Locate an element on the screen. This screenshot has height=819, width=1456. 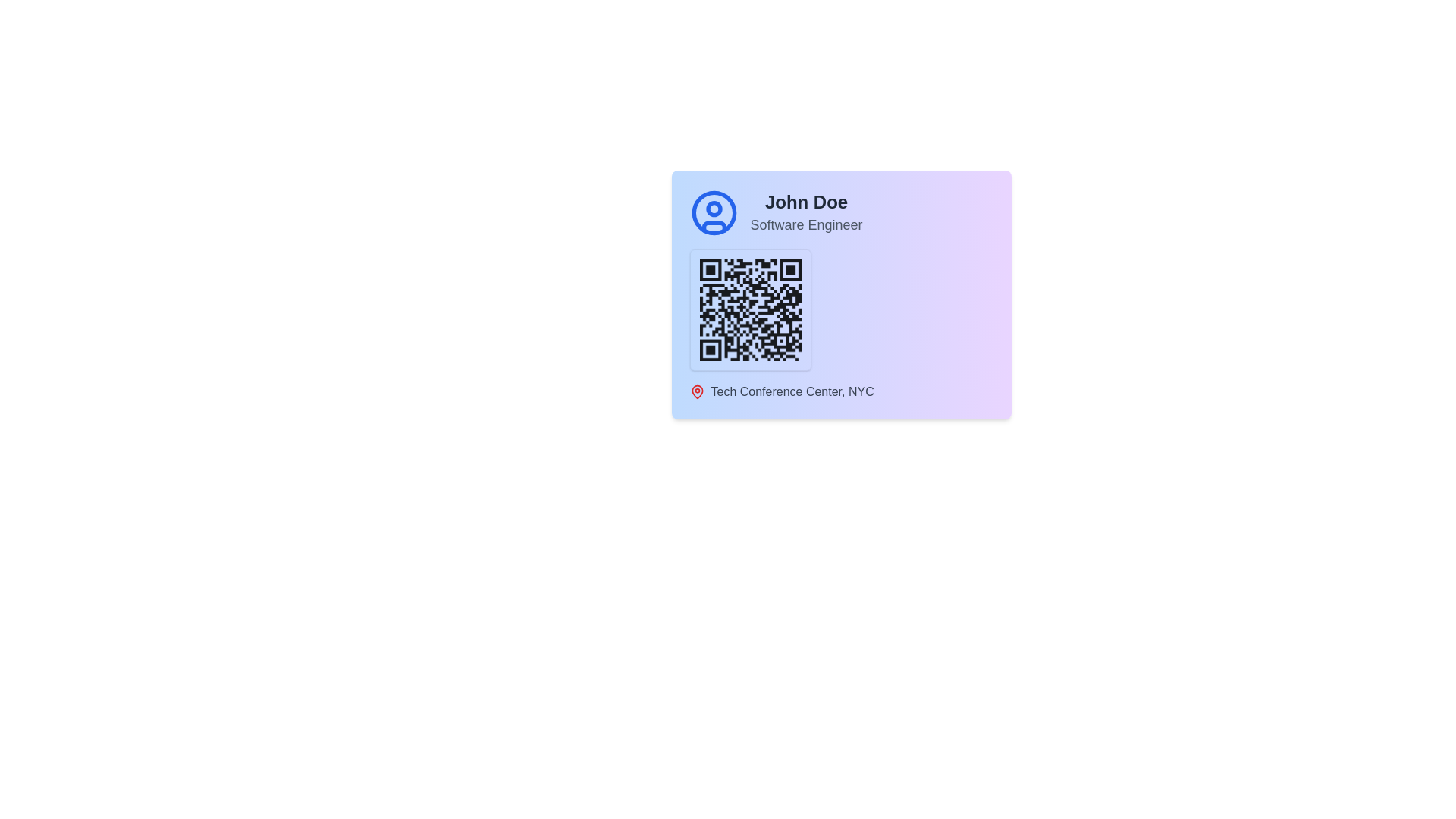
user details in the Profile Card Section, which contains a user icon and text for 'John Doe' and 'Software Engineer' is located at coordinates (840, 213).